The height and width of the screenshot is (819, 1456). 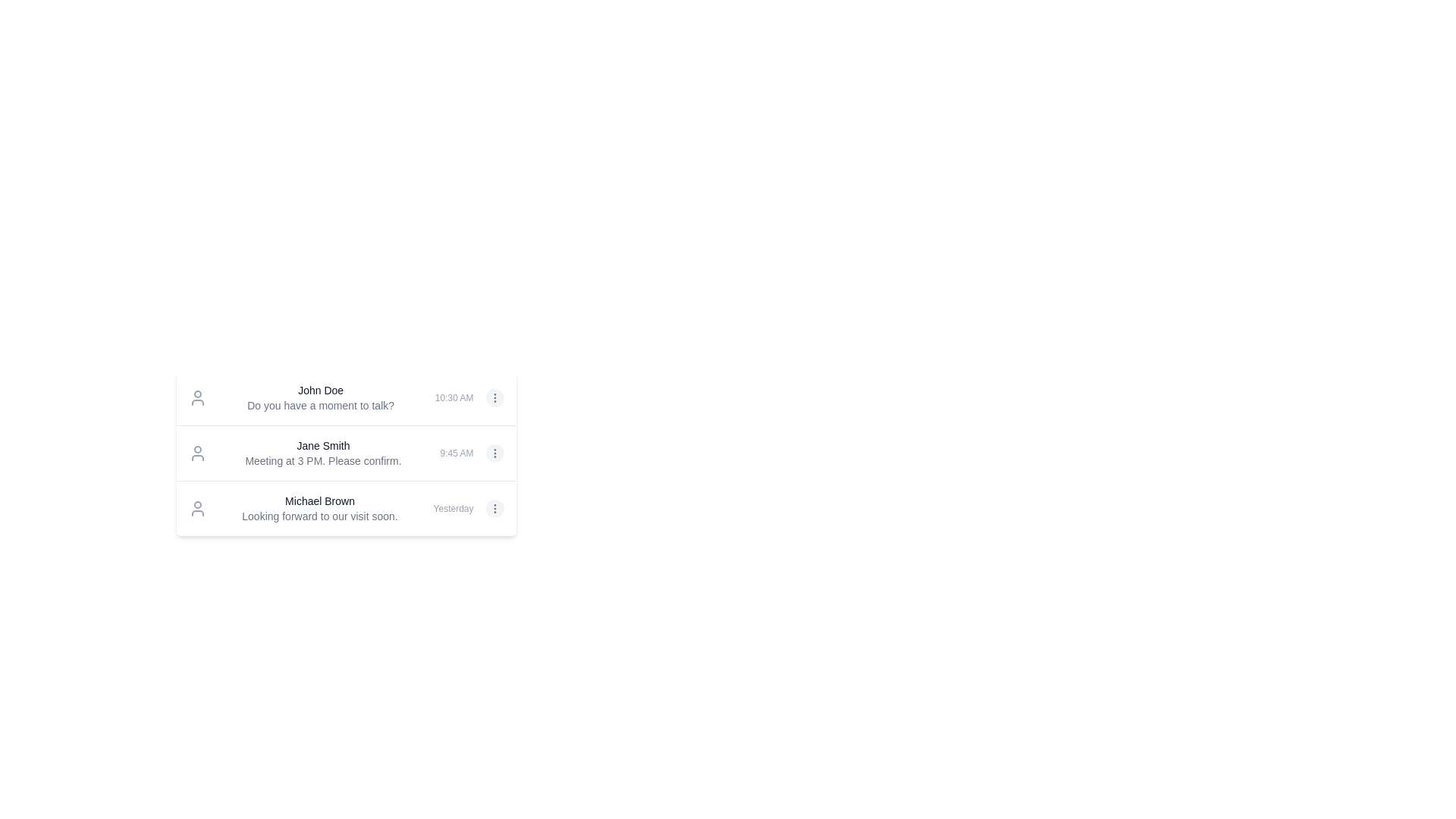 I want to click on to select the second message in the list, which displays the sender's name, a short message preview, and the time received, so click(x=345, y=452).